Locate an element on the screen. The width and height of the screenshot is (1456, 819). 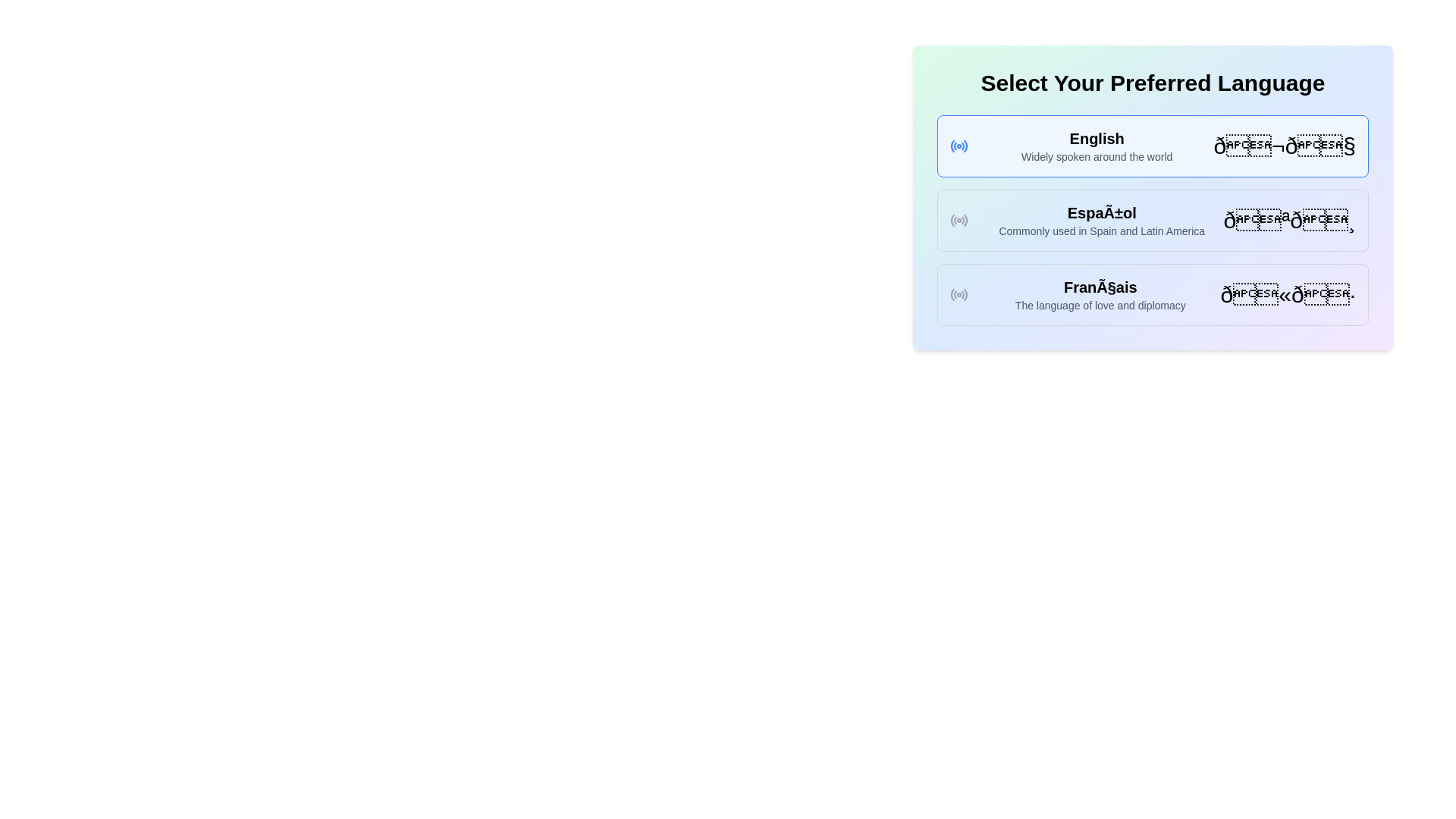
the 'Español' language option icon located at the leftmost side of the button in the language selection list is located at coordinates (959, 220).